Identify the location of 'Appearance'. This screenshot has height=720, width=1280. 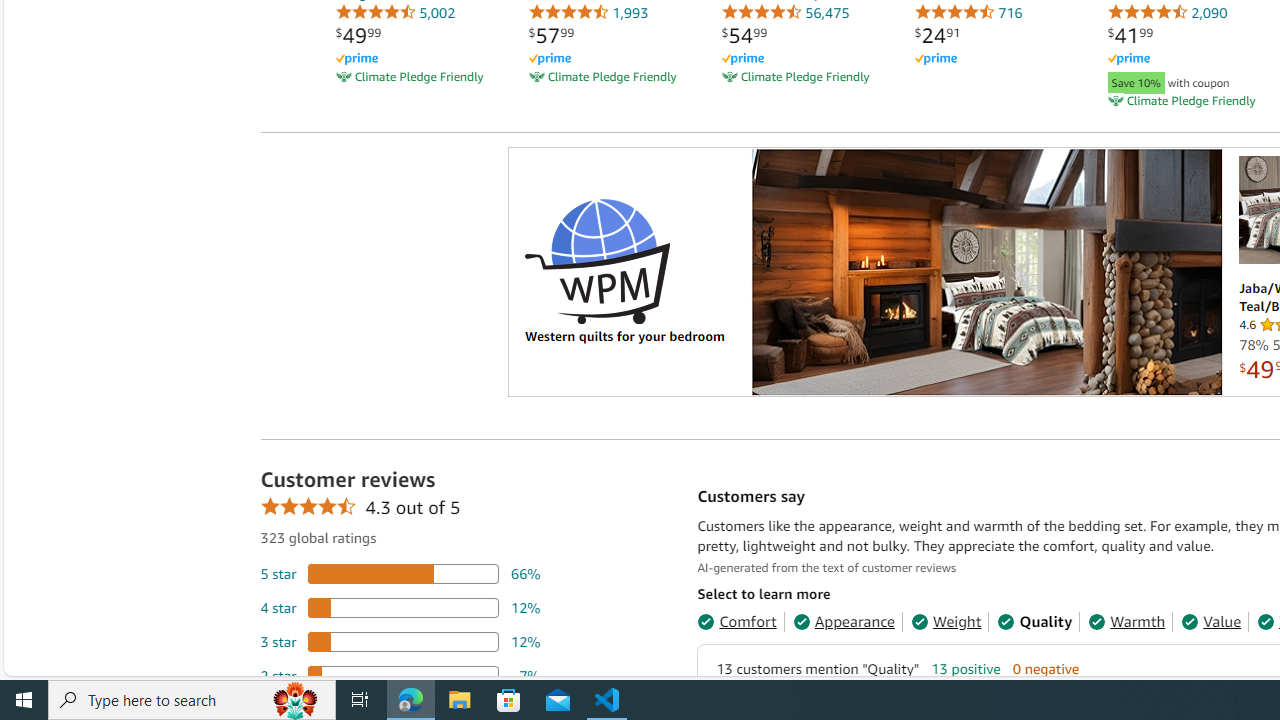
(843, 620).